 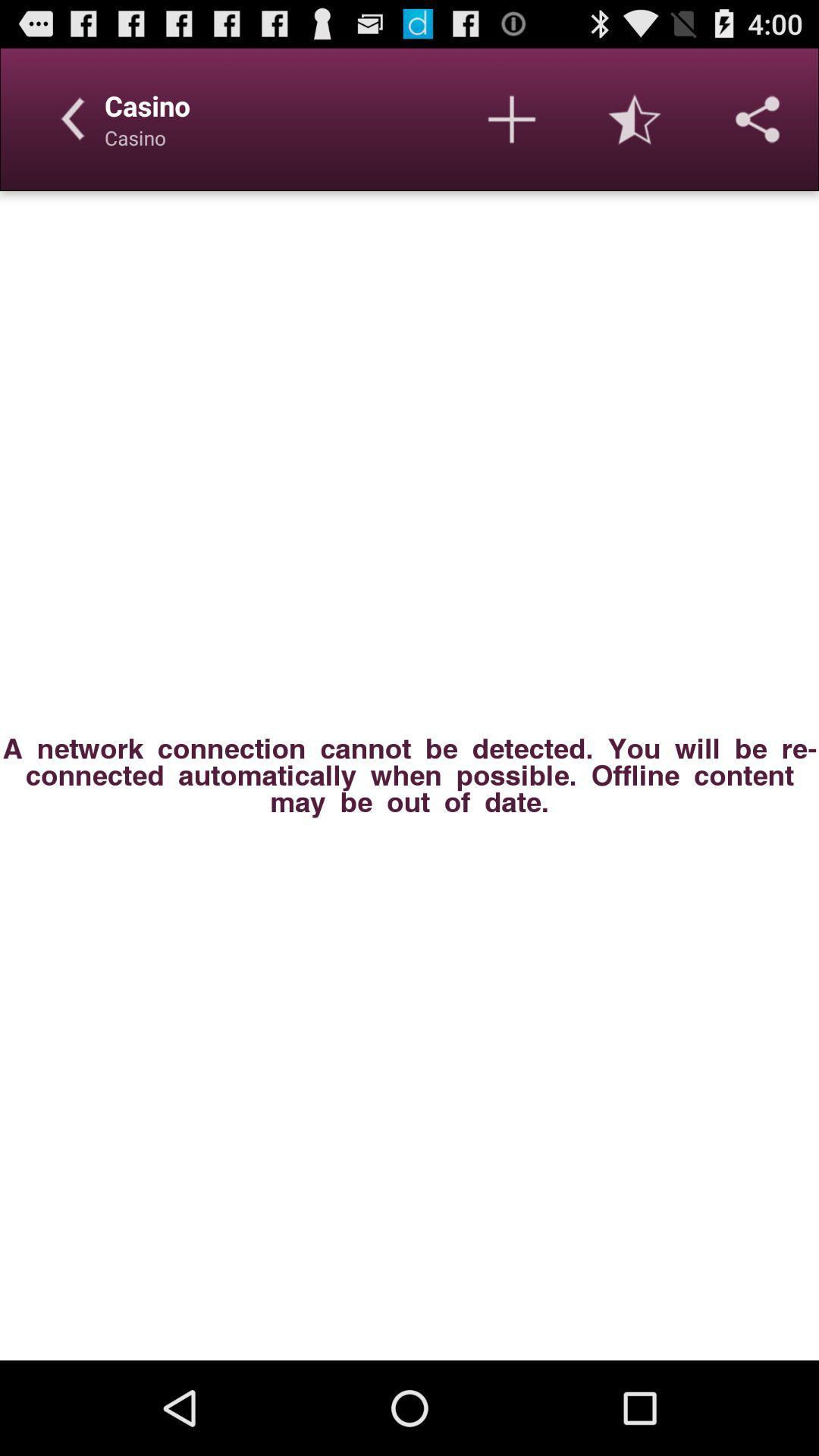 What do you see at coordinates (512, 118) in the screenshot?
I see `the item above the a network connection icon` at bounding box center [512, 118].